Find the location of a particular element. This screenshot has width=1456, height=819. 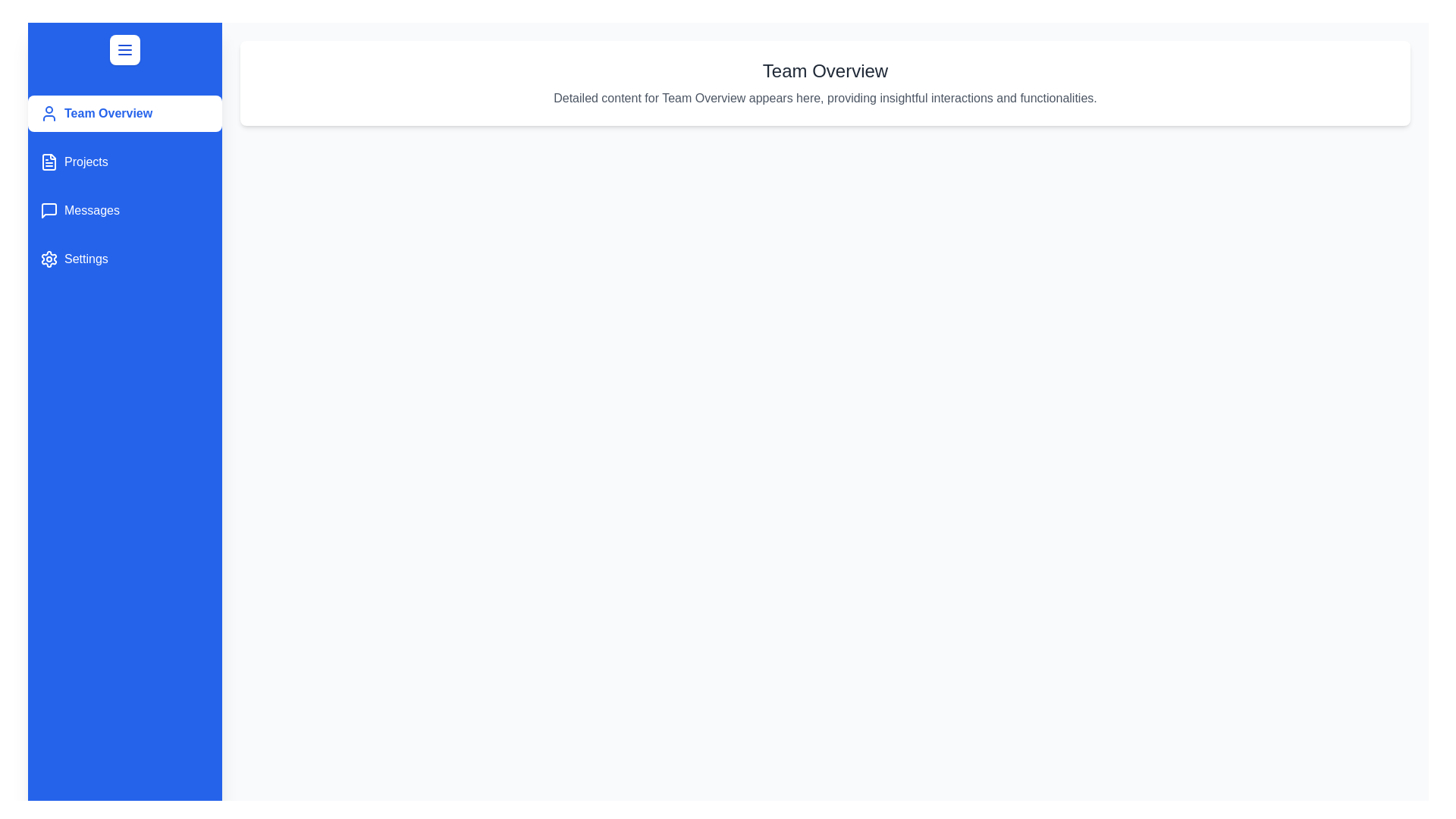

the sidebar item Team Overview to preview its selection state is located at coordinates (124, 113).